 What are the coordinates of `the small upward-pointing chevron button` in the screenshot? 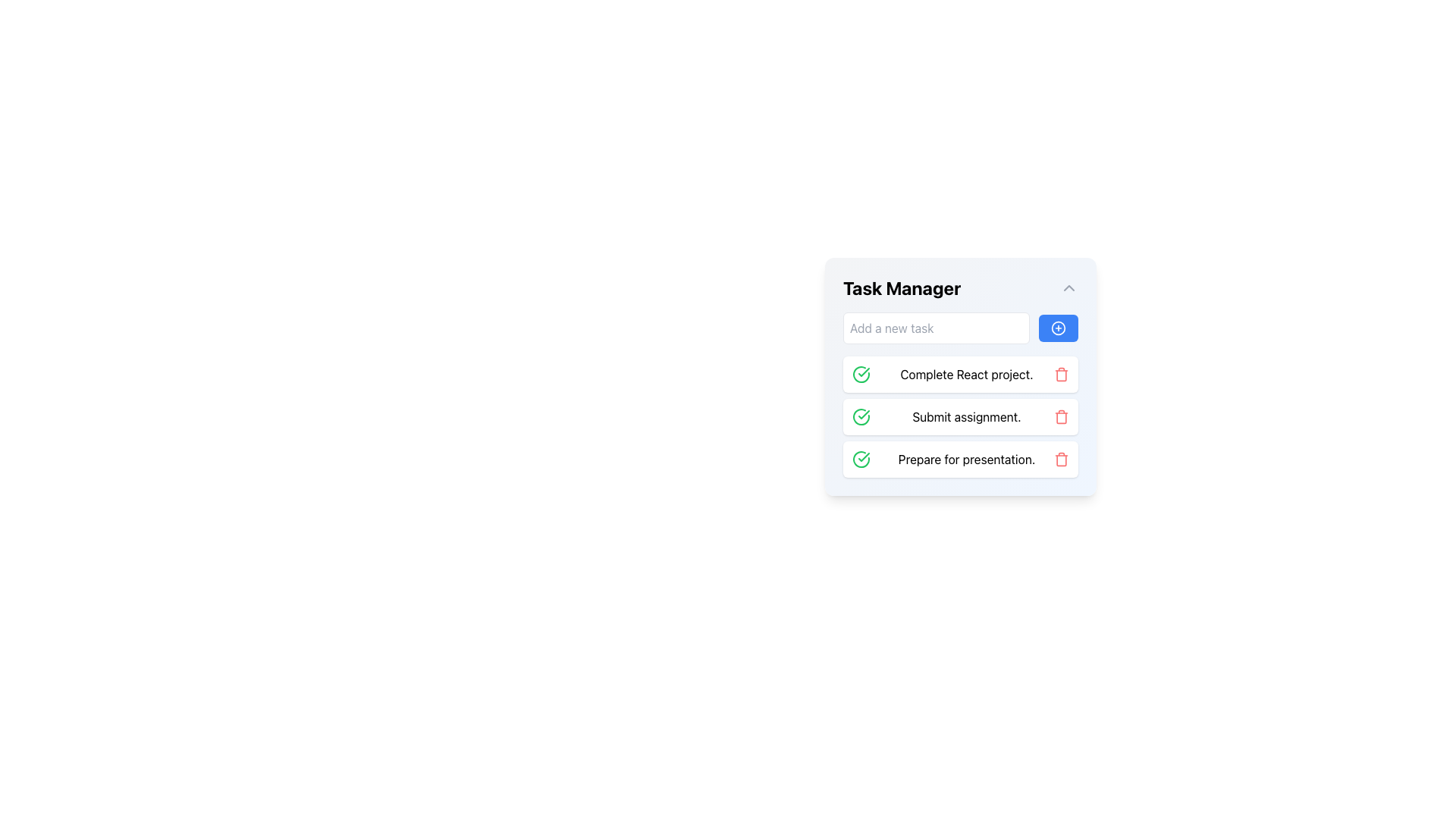 It's located at (1068, 288).